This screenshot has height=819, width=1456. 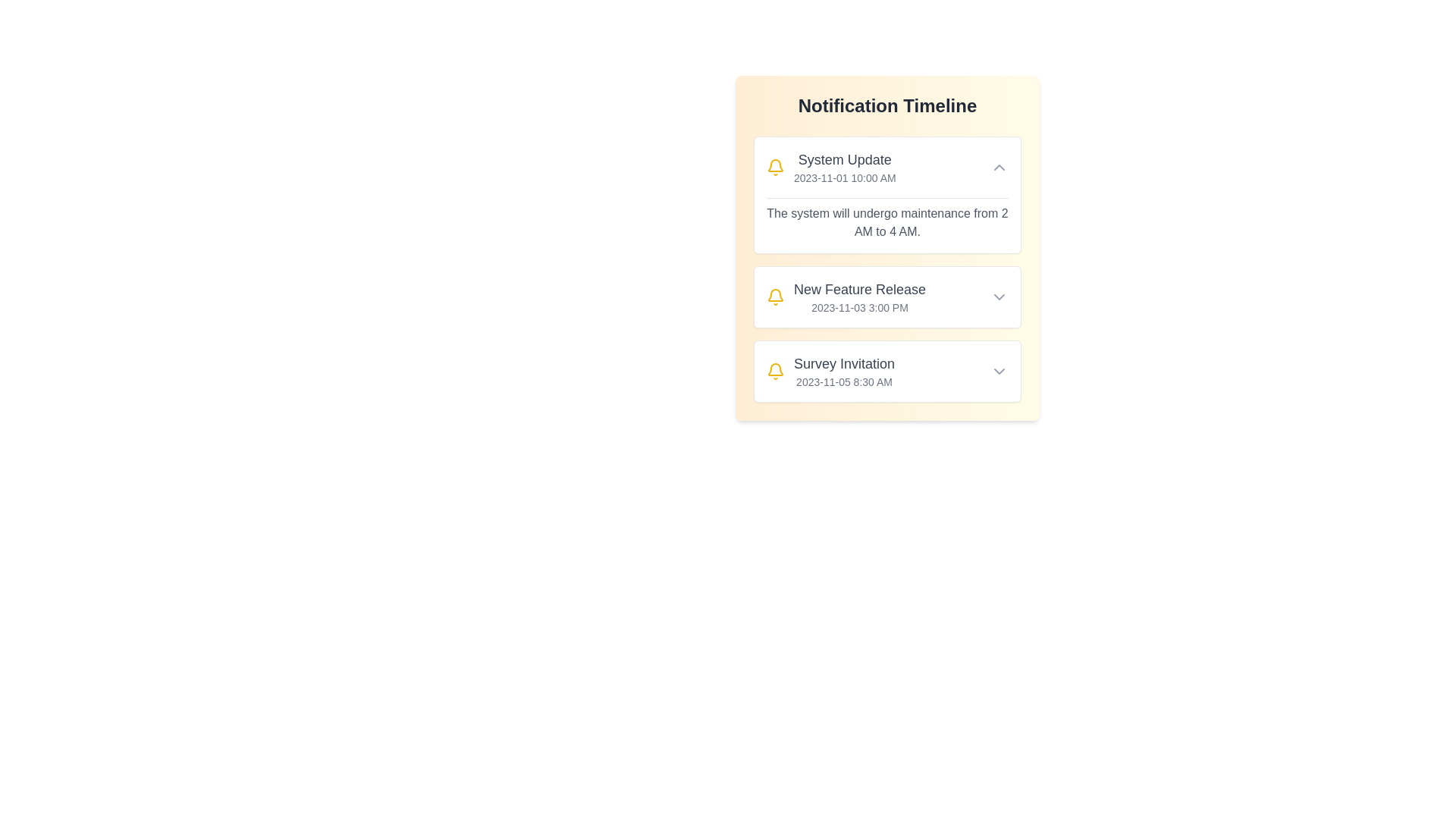 What do you see at coordinates (887, 268) in the screenshot?
I see `the notification card titled 'New Feature Release' that contains a timestamp and is located in the 'Notification Timeline' list` at bounding box center [887, 268].